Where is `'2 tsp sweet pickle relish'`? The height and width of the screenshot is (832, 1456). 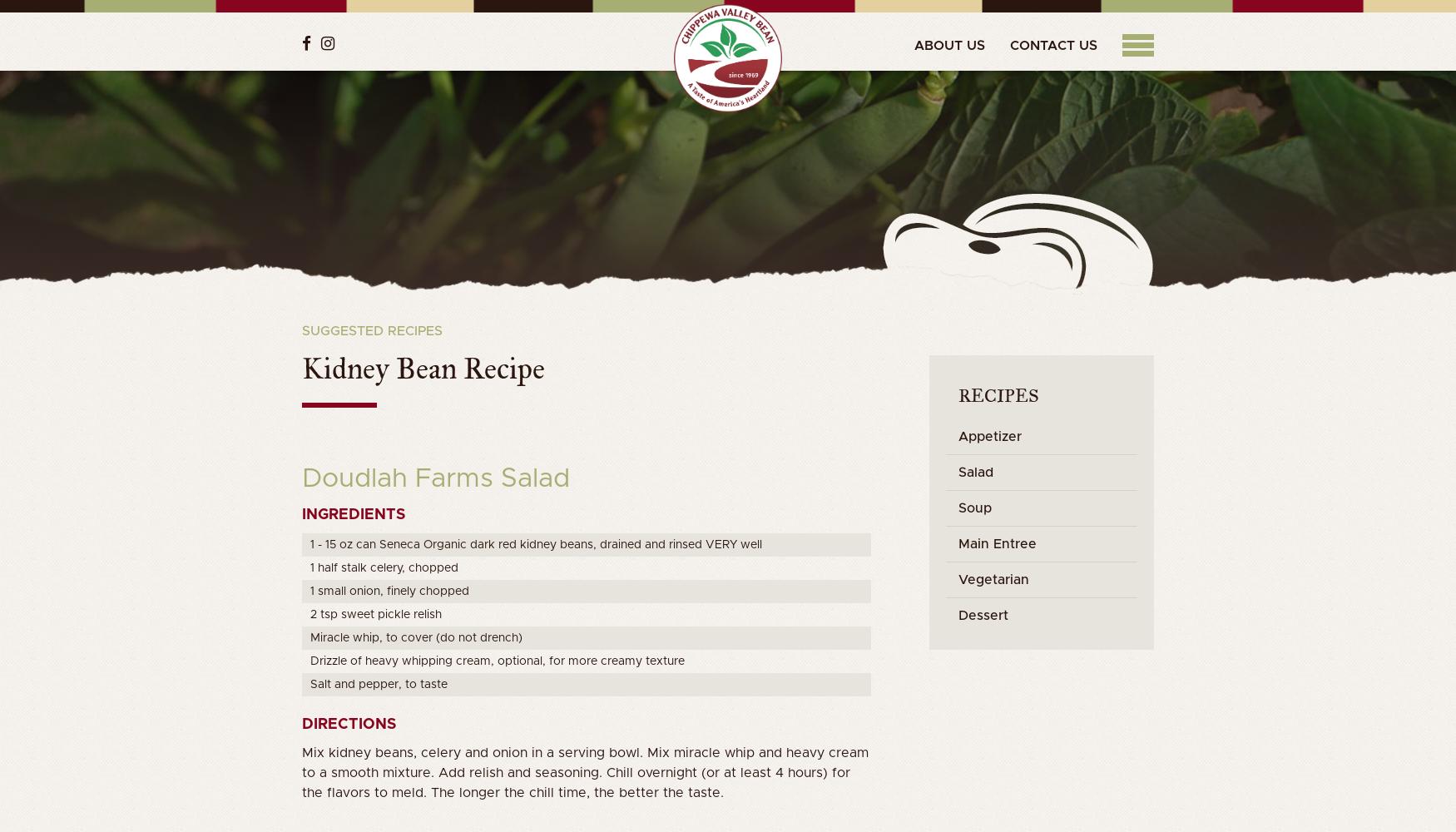
'2 tsp sweet pickle relish' is located at coordinates (376, 614).